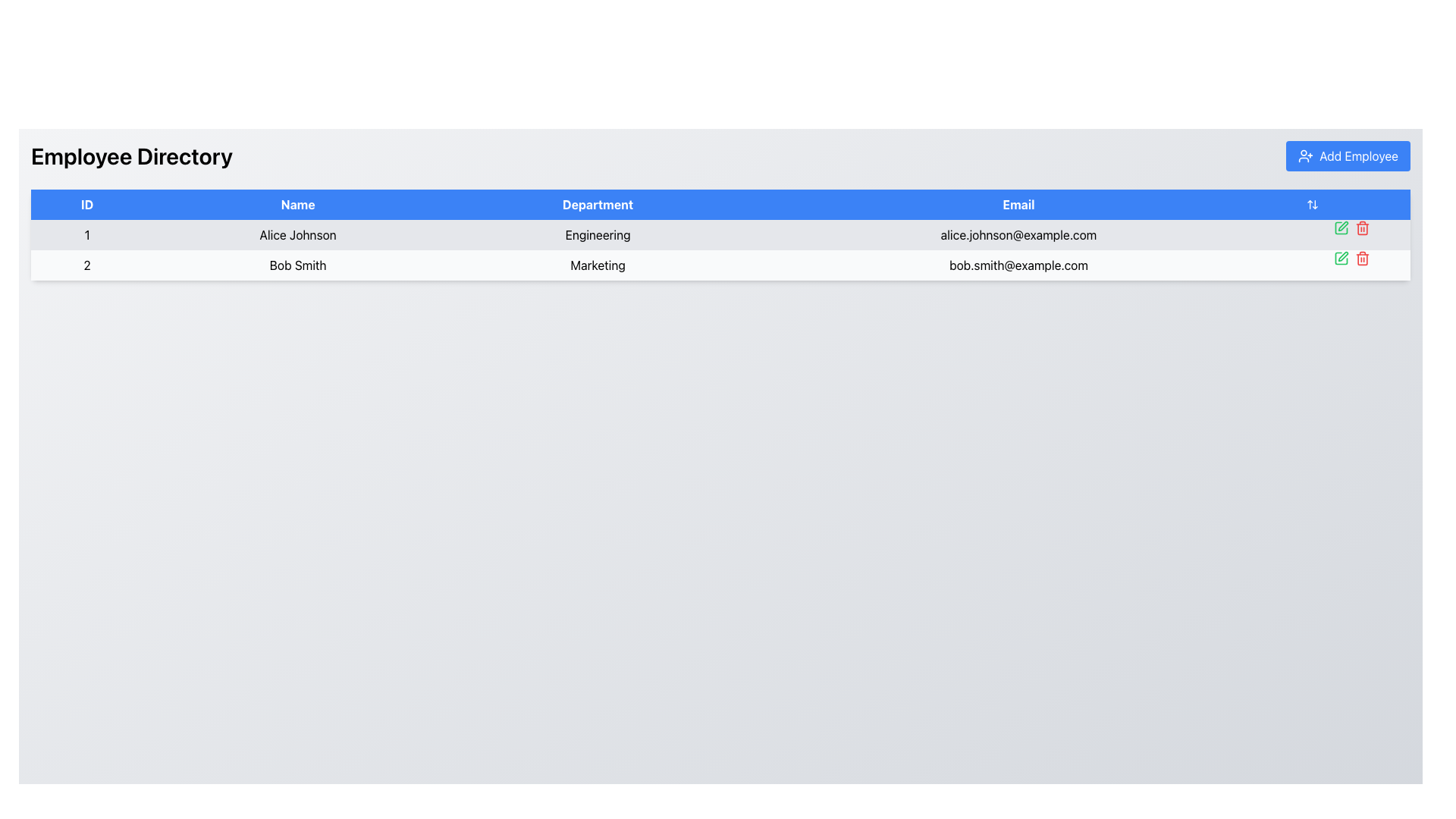 The image size is (1456, 819). Describe the element at coordinates (1018, 205) in the screenshot. I see `the 'Email' column header` at that location.